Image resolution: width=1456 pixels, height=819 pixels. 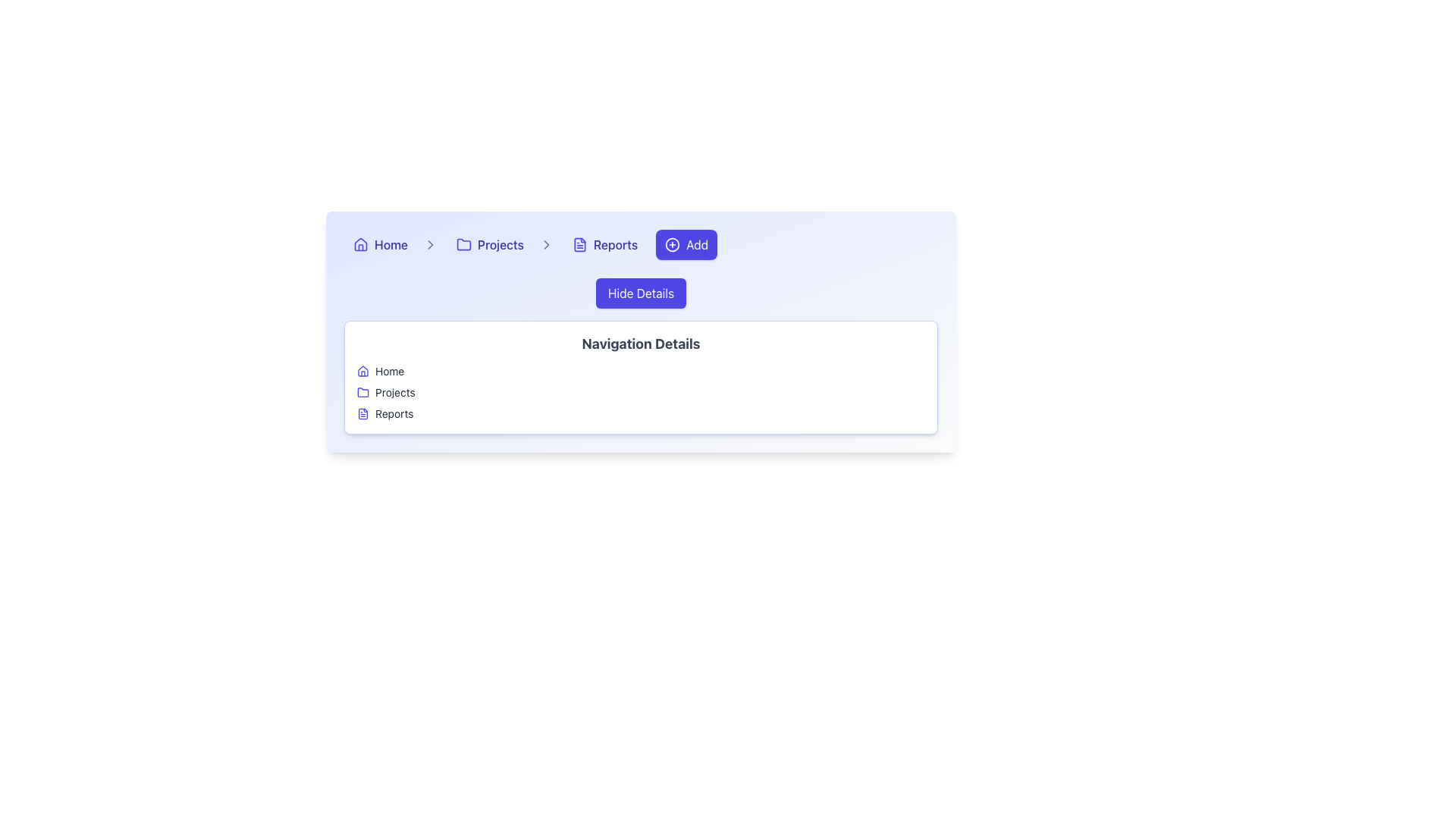 I want to click on the 'Projects' navigation link located in the horizontal navigation bar, so click(x=500, y=244).